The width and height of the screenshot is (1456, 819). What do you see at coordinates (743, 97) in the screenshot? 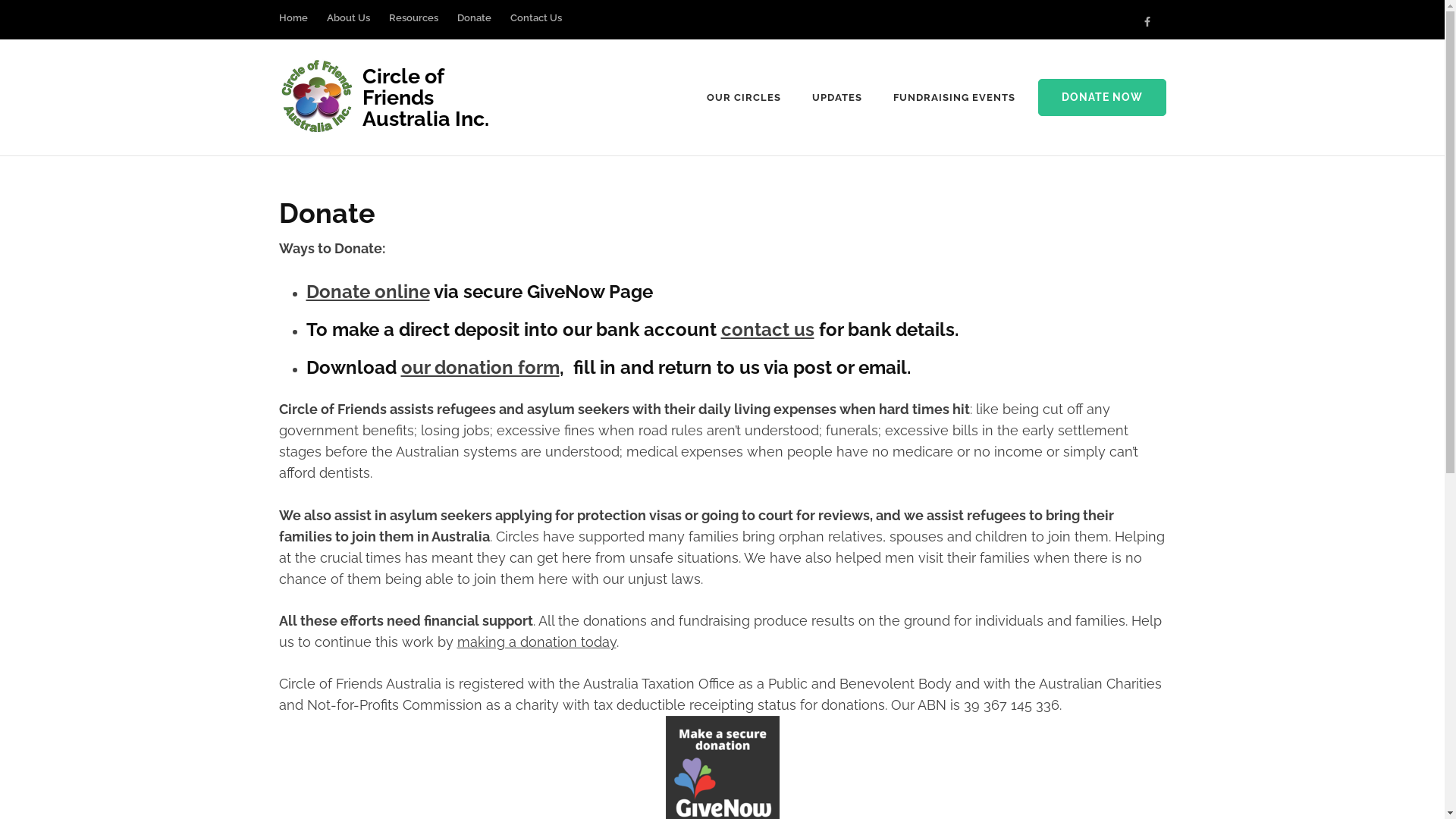
I see `'OUR CIRCLES'` at bounding box center [743, 97].